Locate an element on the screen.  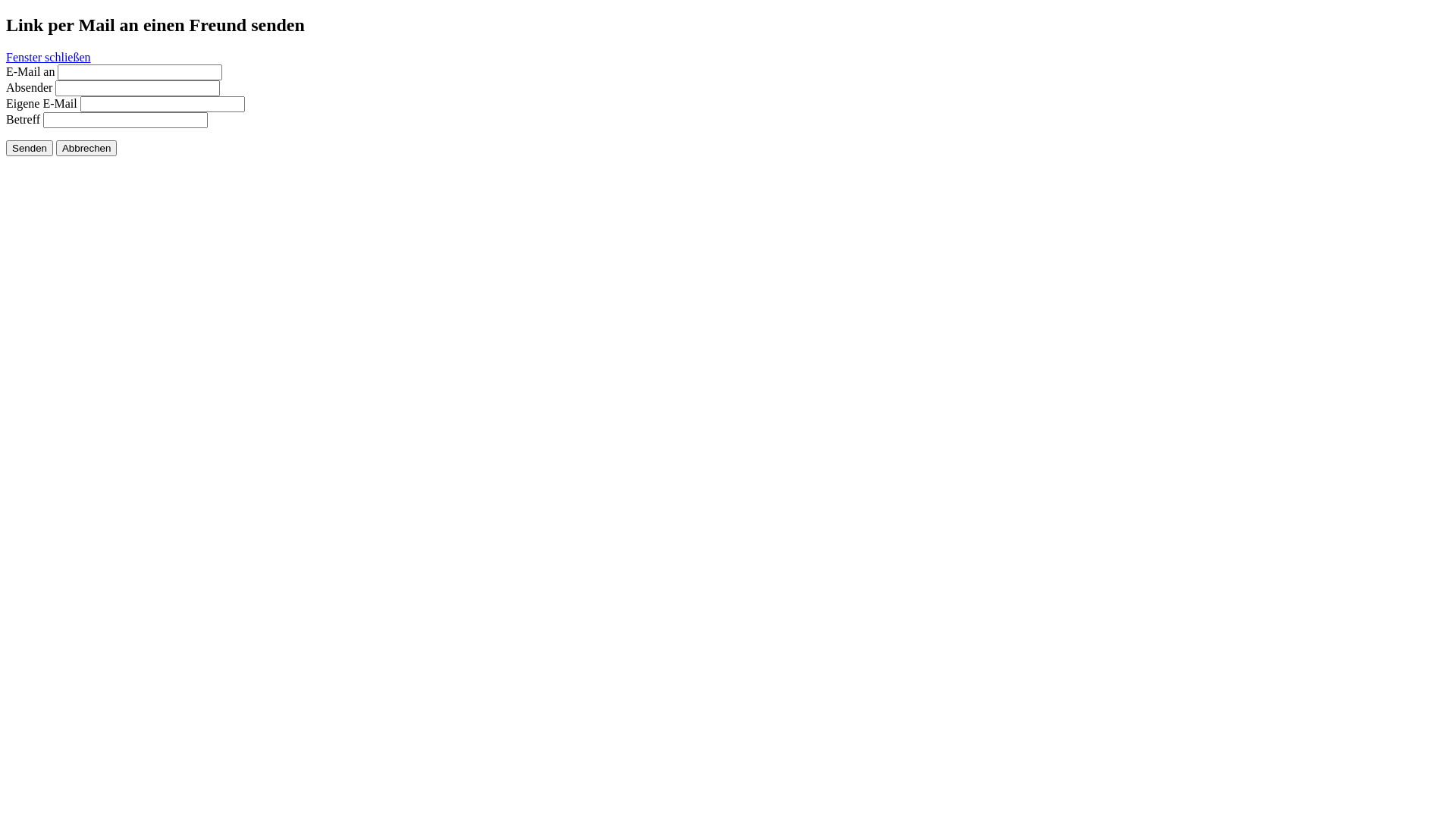
'Senden' is located at coordinates (29, 148).